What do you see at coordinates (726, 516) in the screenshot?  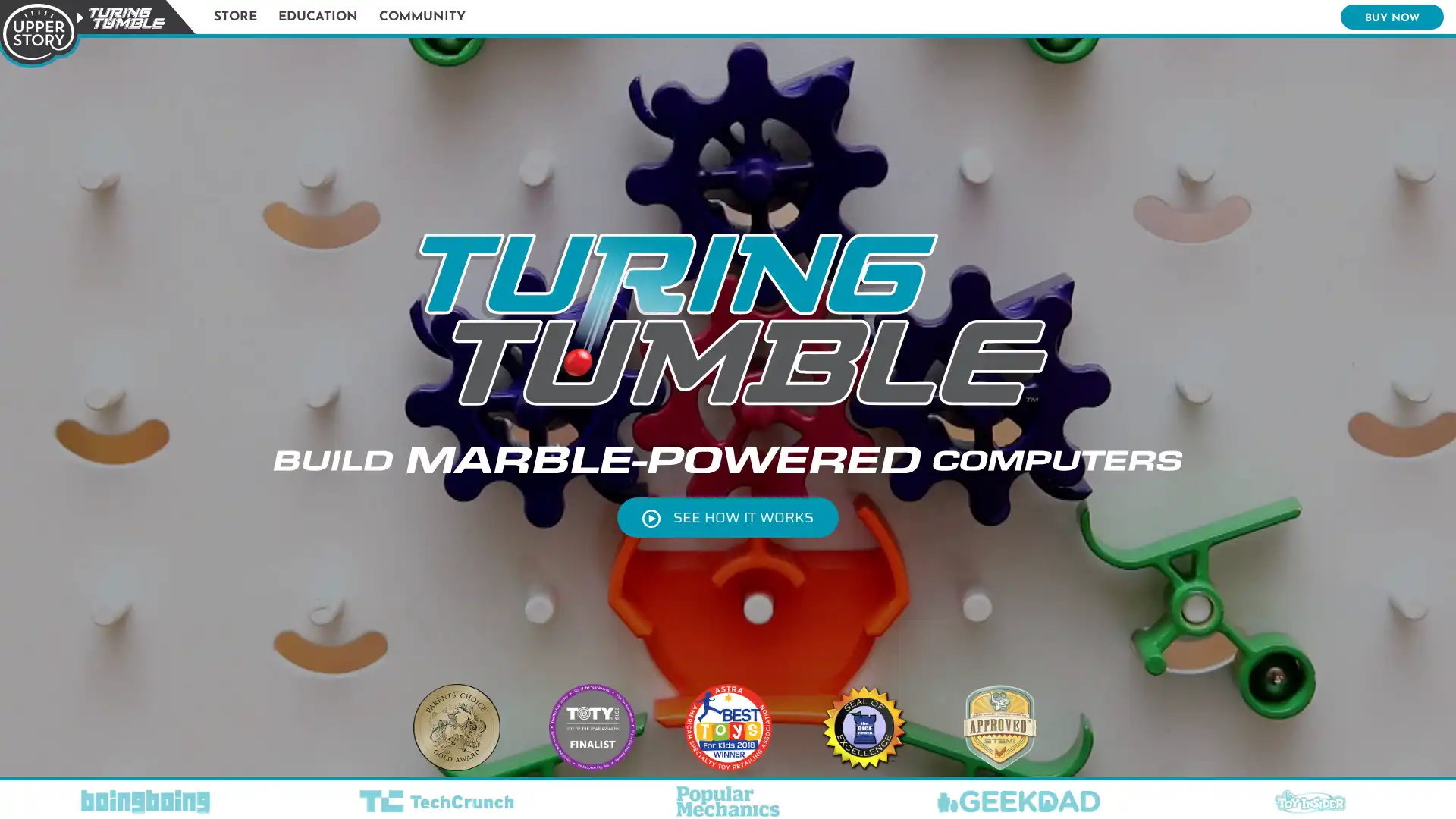 I see `play icon SEE HOW IT WORKS` at bounding box center [726, 516].